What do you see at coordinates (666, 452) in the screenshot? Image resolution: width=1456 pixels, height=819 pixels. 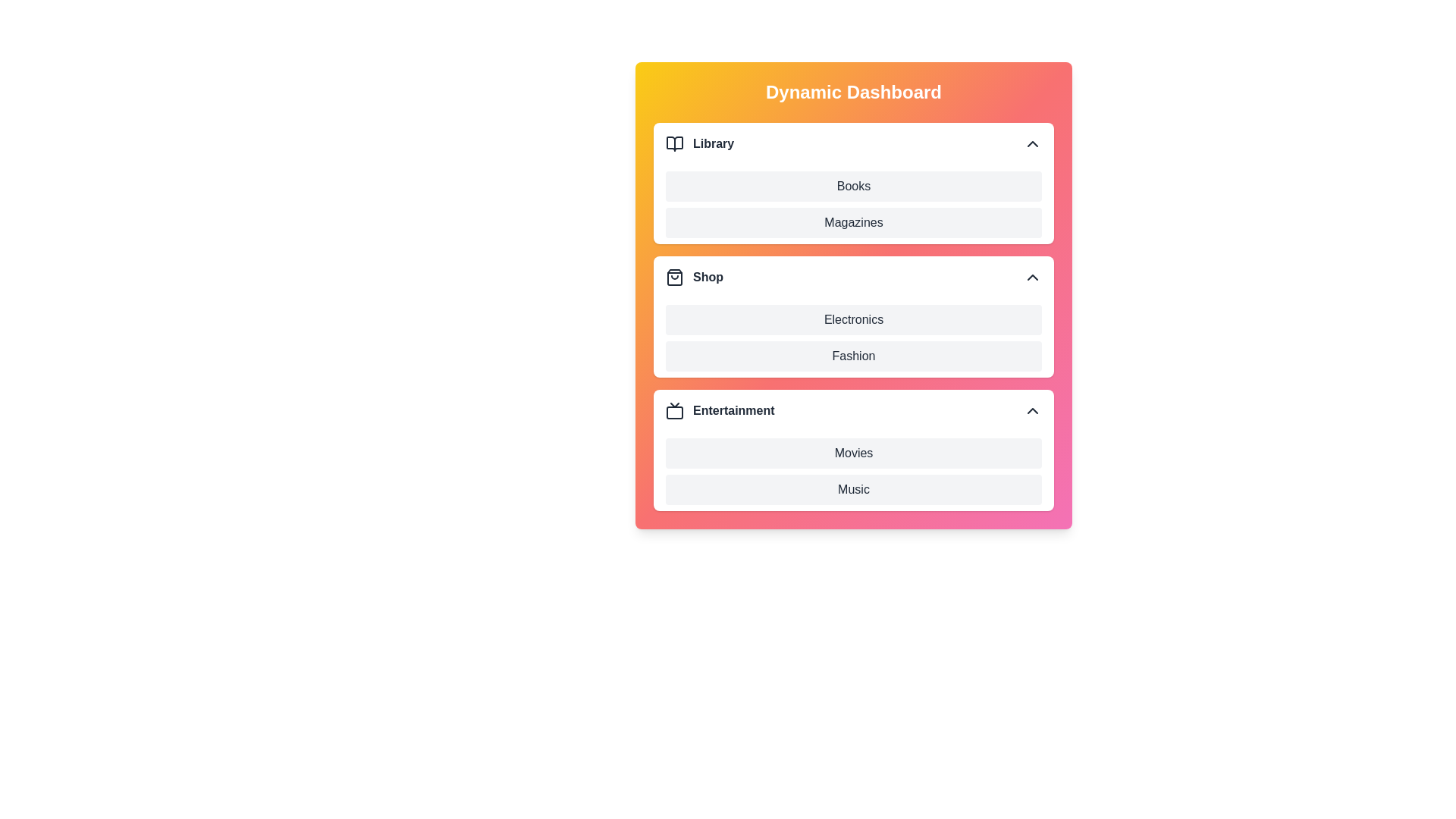 I see `the item Movies in the section Entertainment` at bounding box center [666, 452].